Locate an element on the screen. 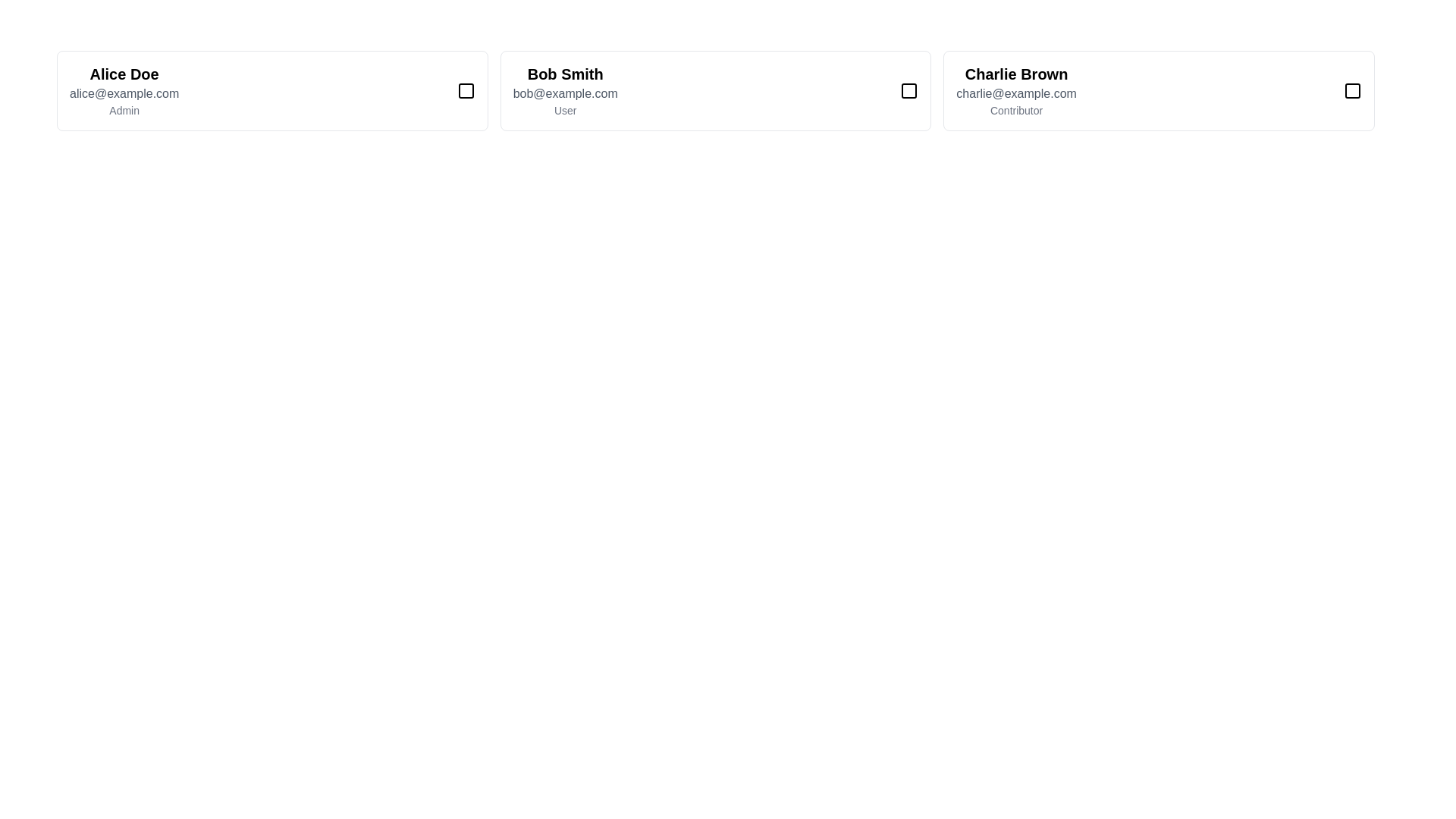  the email address display element located below the header 'Alice Doe' and above the label 'Admin' in the user profile section is located at coordinates (124, 93).